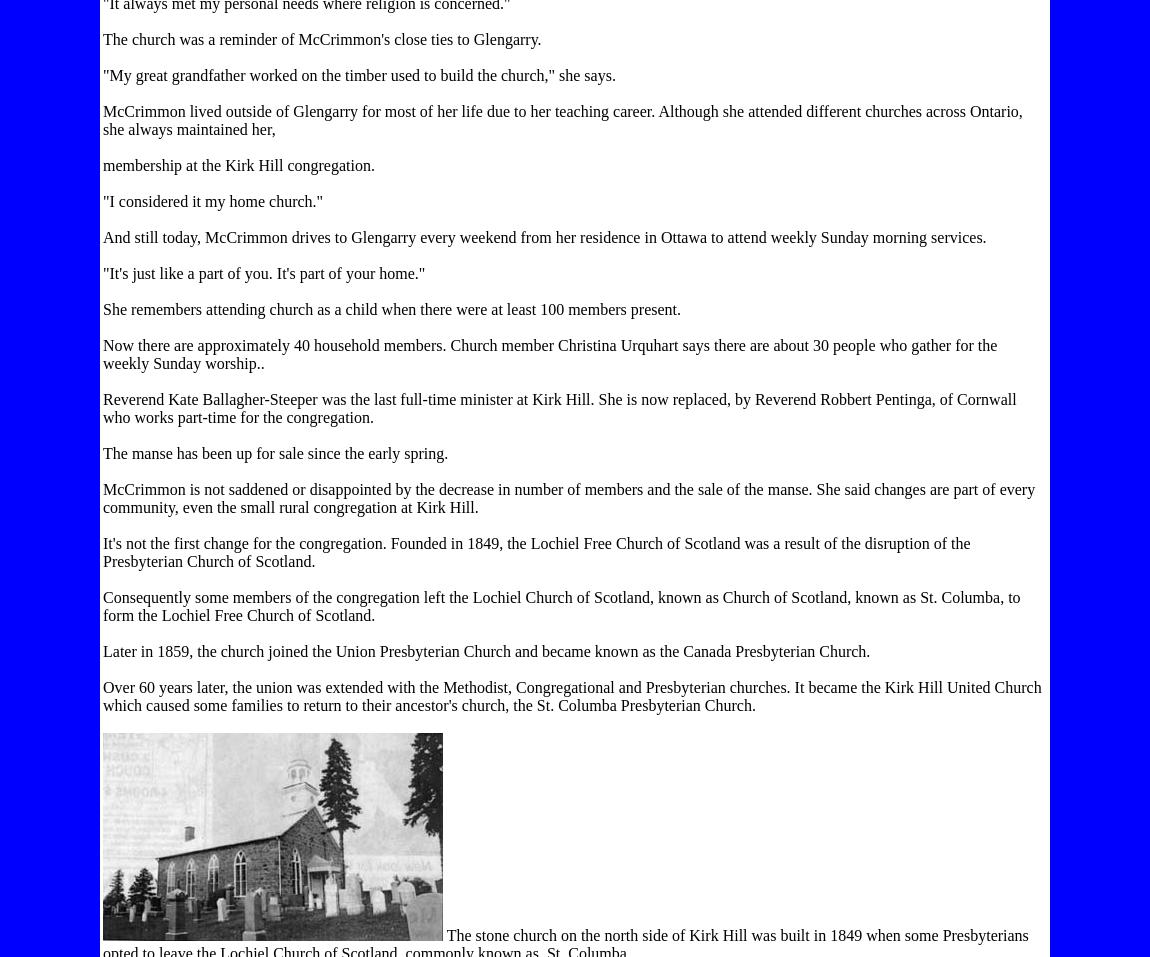 The width and height of the screenshot is (1150, 957). What do you see at coordinates (559, 407) in the screenshot?
I see `'Reverend Kate Ballagher-Steeper  was the last full-time minister at Kirk Hill. She 
is now replaced, by Reverend Robbert  Pentinga,  of Cornwall who works part-time 
for the congregation.'` at bounding box center [559, 407].